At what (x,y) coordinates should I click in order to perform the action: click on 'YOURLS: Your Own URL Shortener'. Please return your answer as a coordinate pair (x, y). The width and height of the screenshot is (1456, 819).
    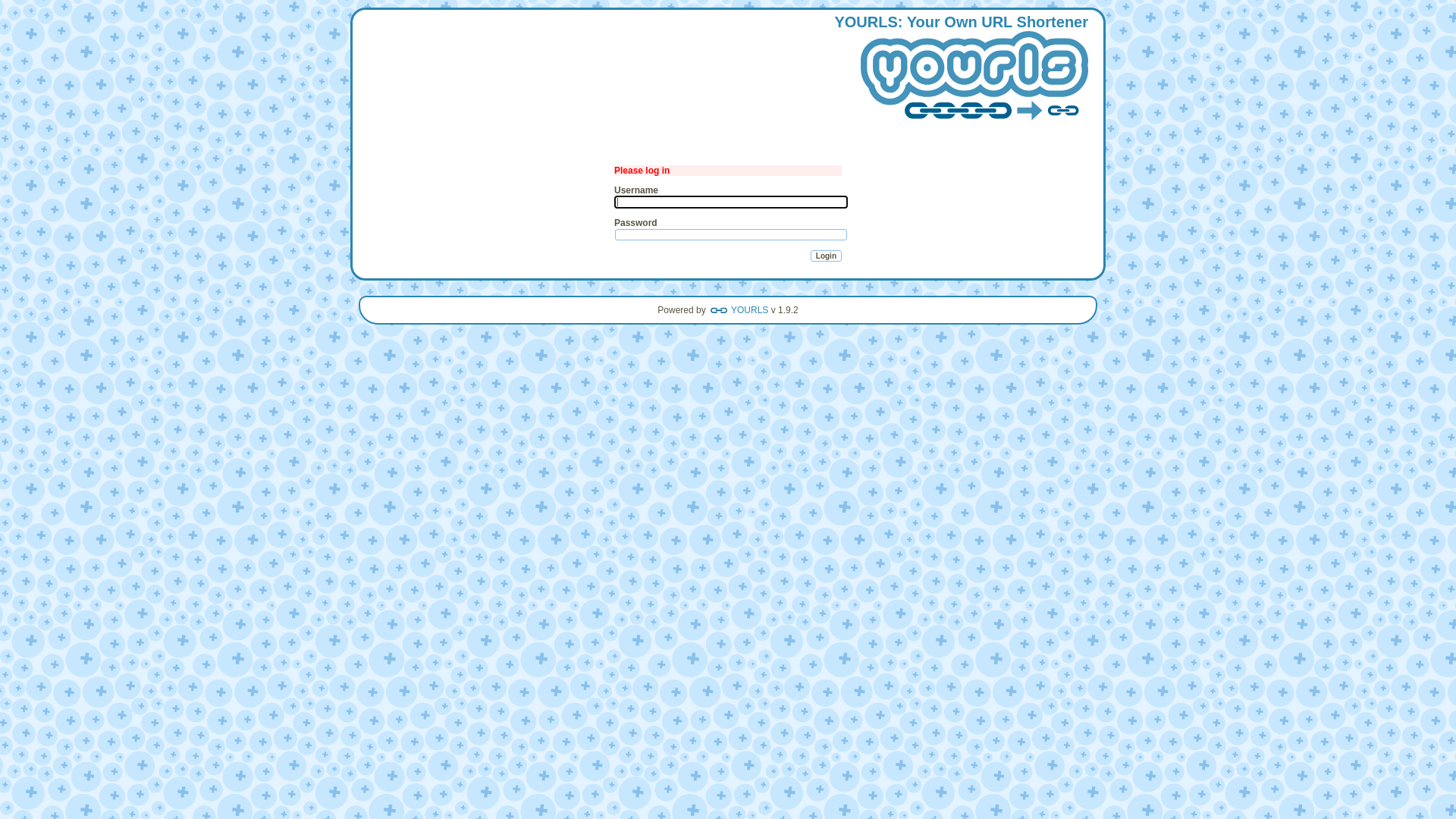
    Looking at the image, I should click on (960, 71).